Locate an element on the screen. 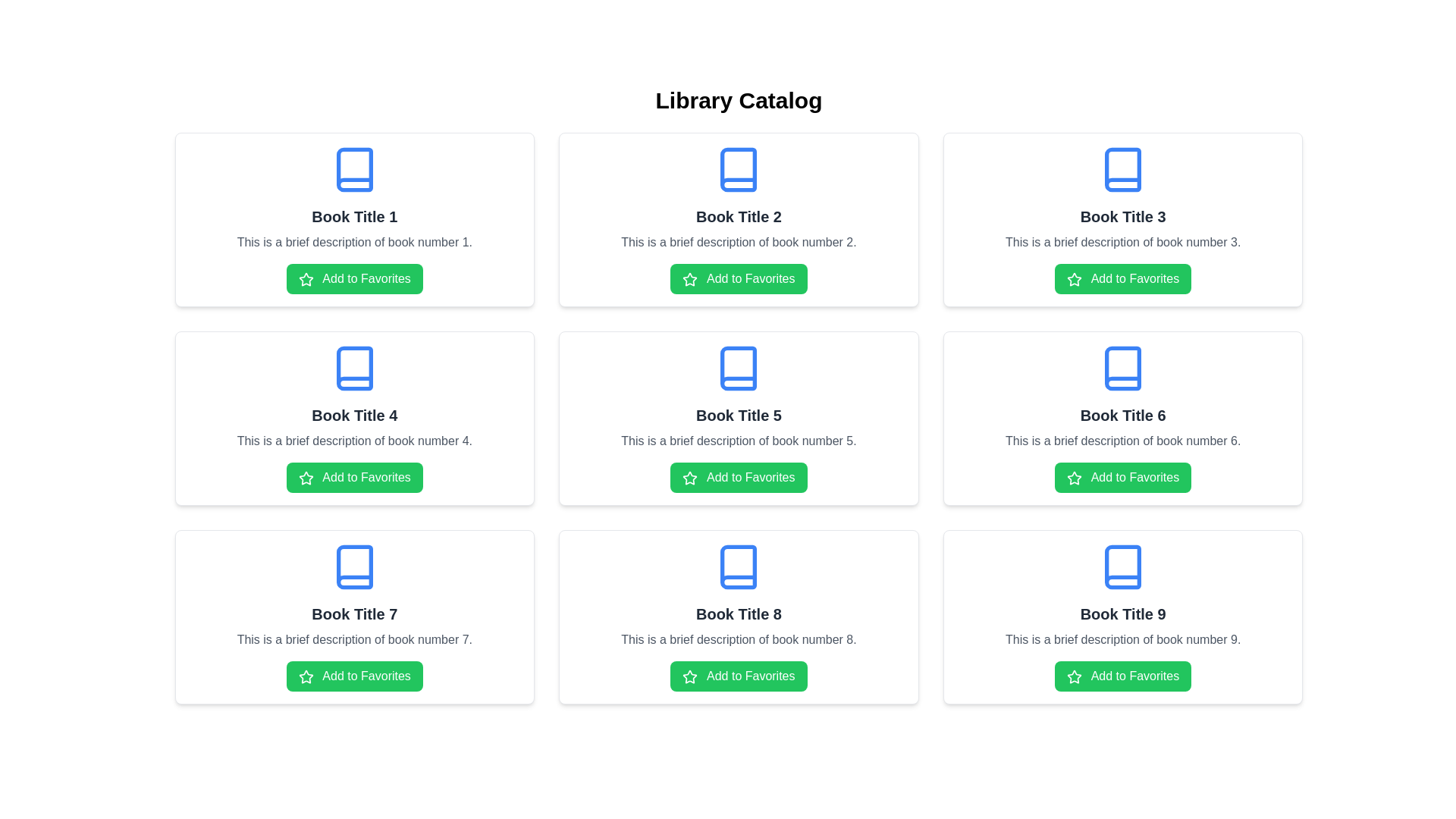  the green button labeled 'Add to Favorites' located at the bottom of the card for 'Book Title 4' by moving the cursor to its center is located at coordinates (353, 476).